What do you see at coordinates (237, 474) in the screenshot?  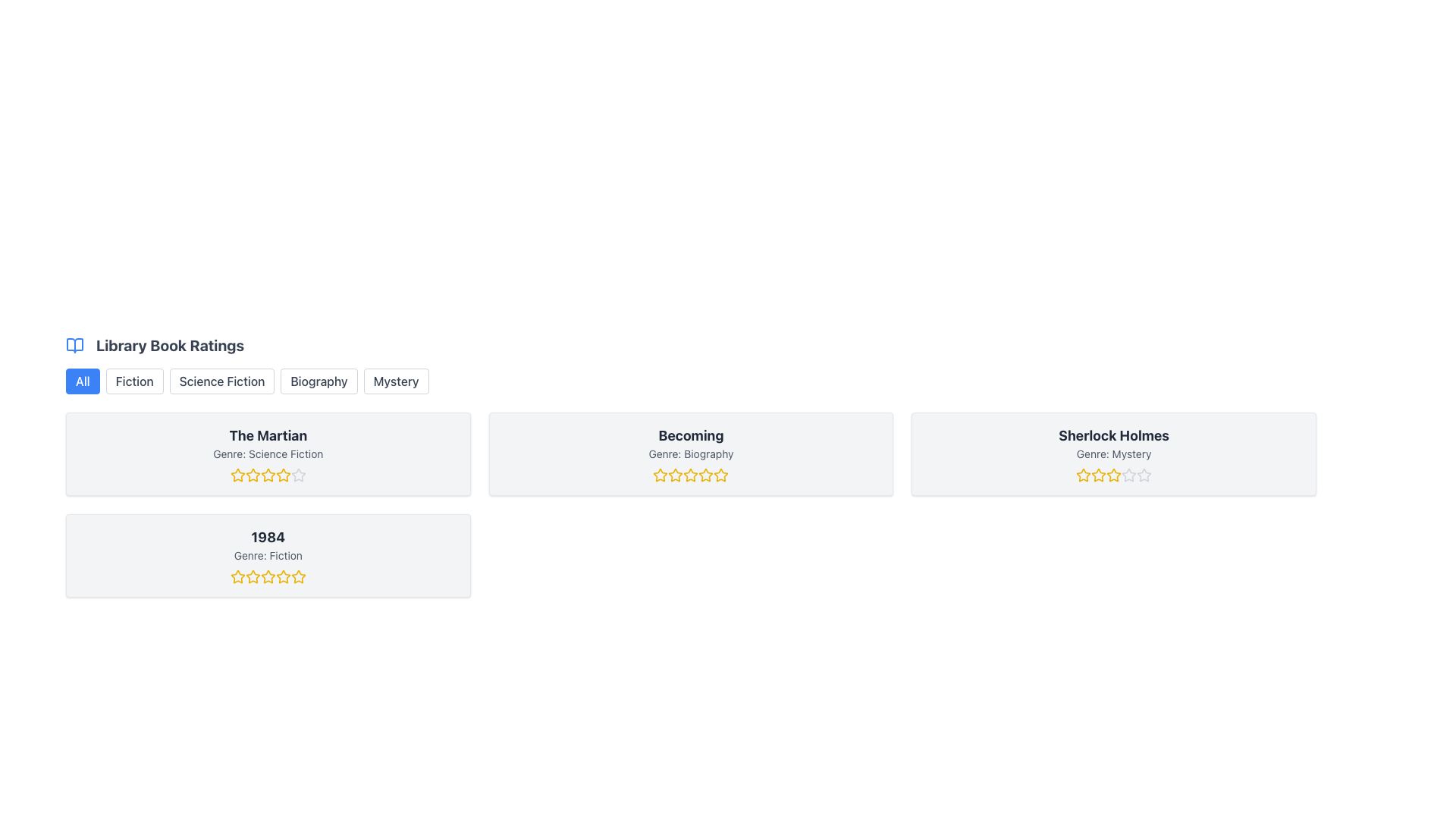 I see `keyboard navigation` at bounding box center [237, 474].